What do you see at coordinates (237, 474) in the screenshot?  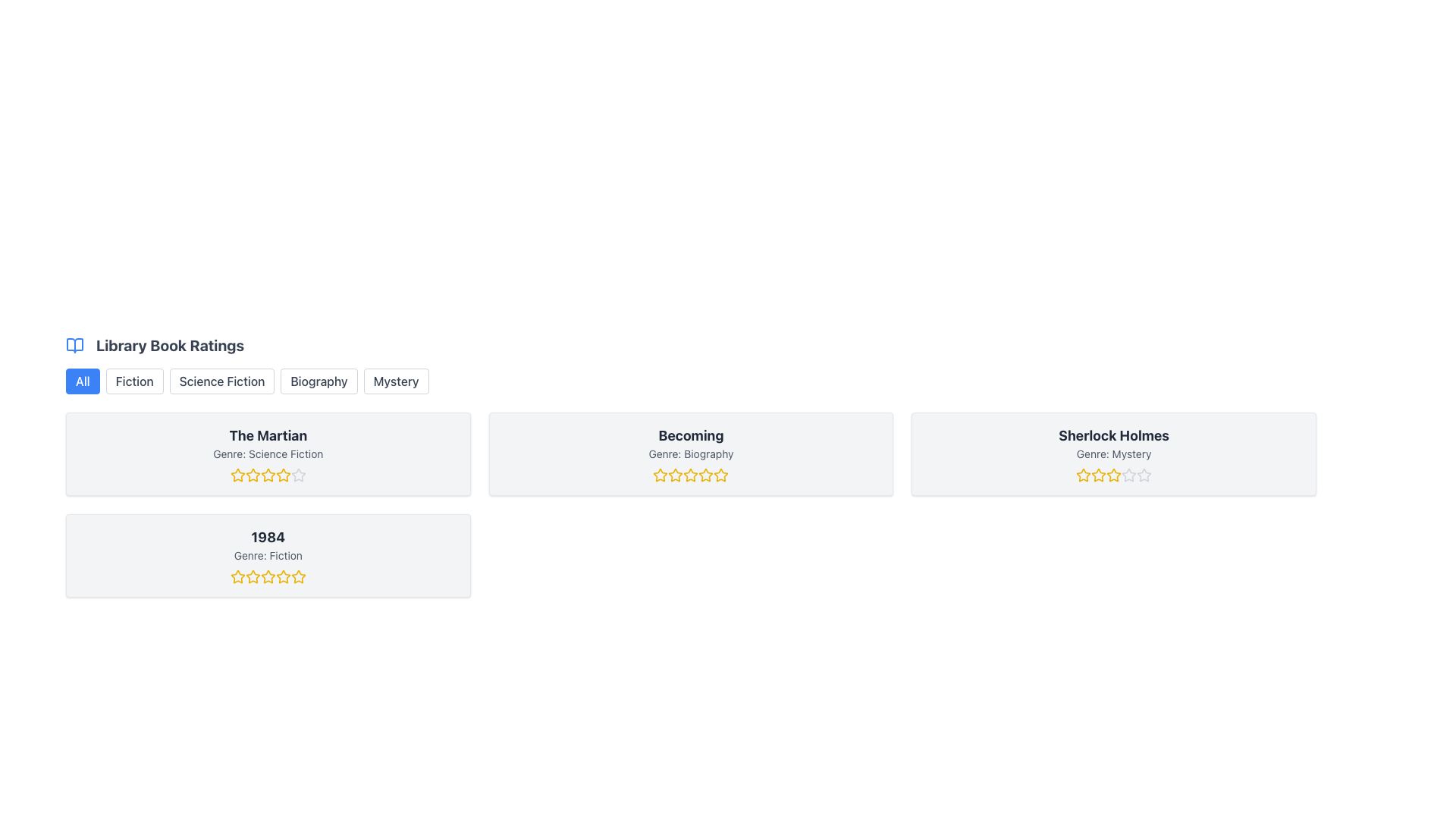 I see `keyboard navigation` at bounding box center [237, 474].